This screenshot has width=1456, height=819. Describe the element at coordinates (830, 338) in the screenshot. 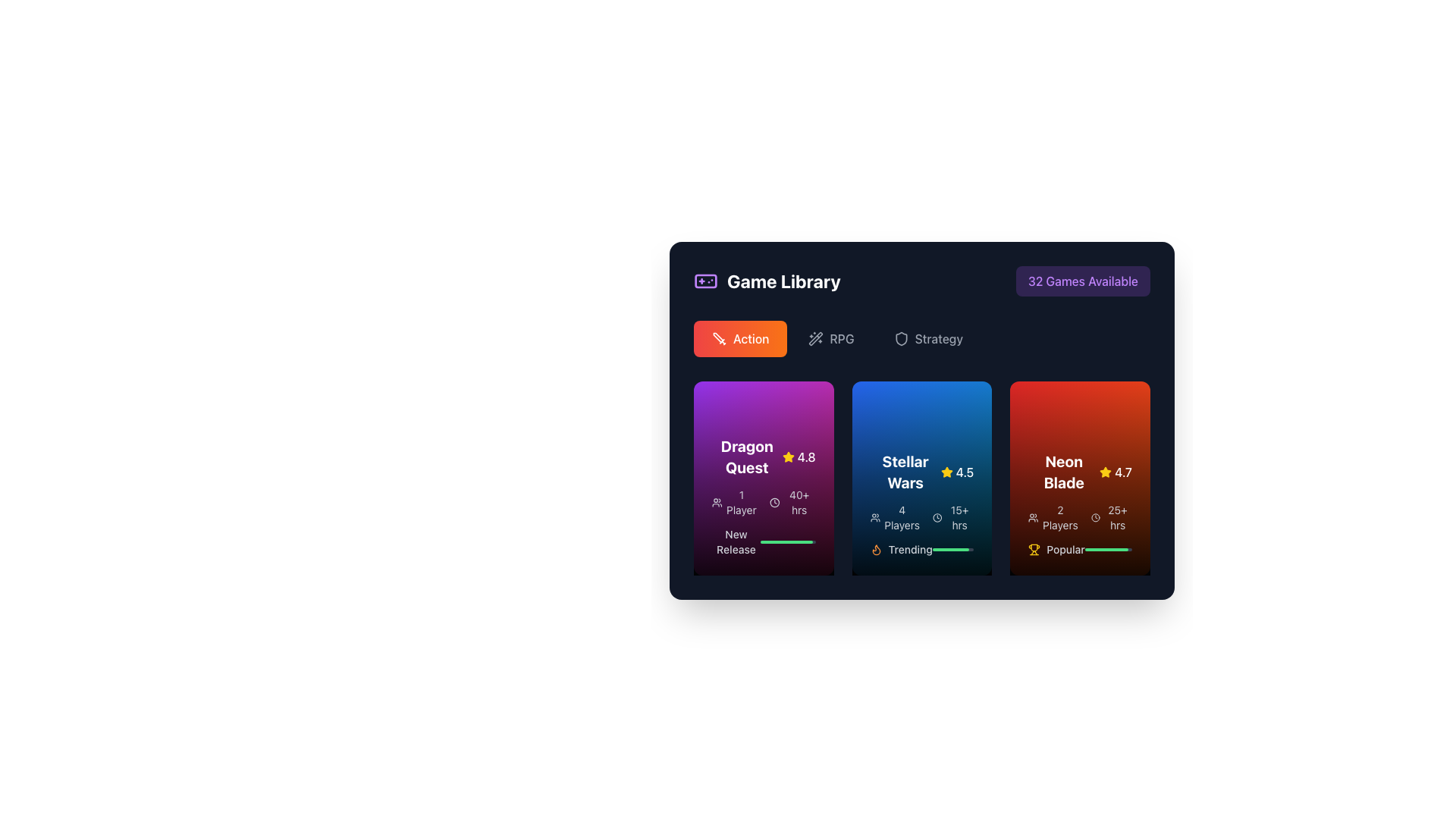

I see `the 'RPG' button located in the header menu of the 'Game Library', which is the second button in a set of three` at that location.